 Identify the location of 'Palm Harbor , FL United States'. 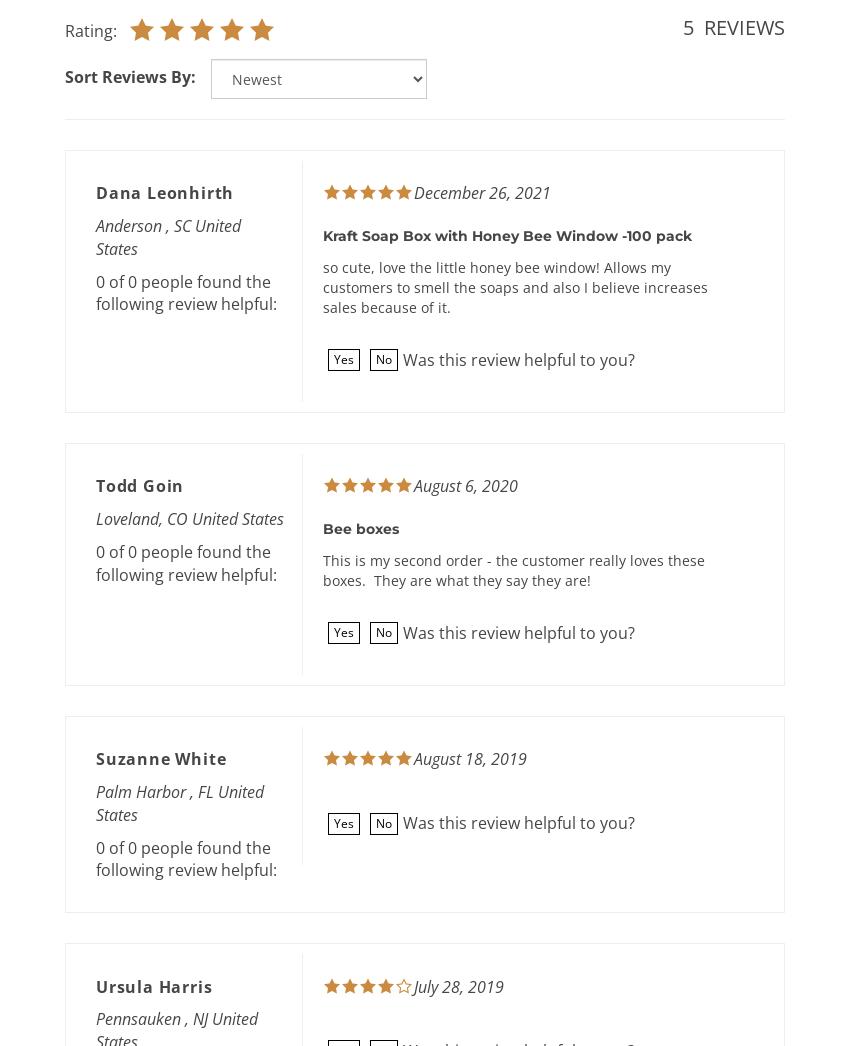
(179, 802).